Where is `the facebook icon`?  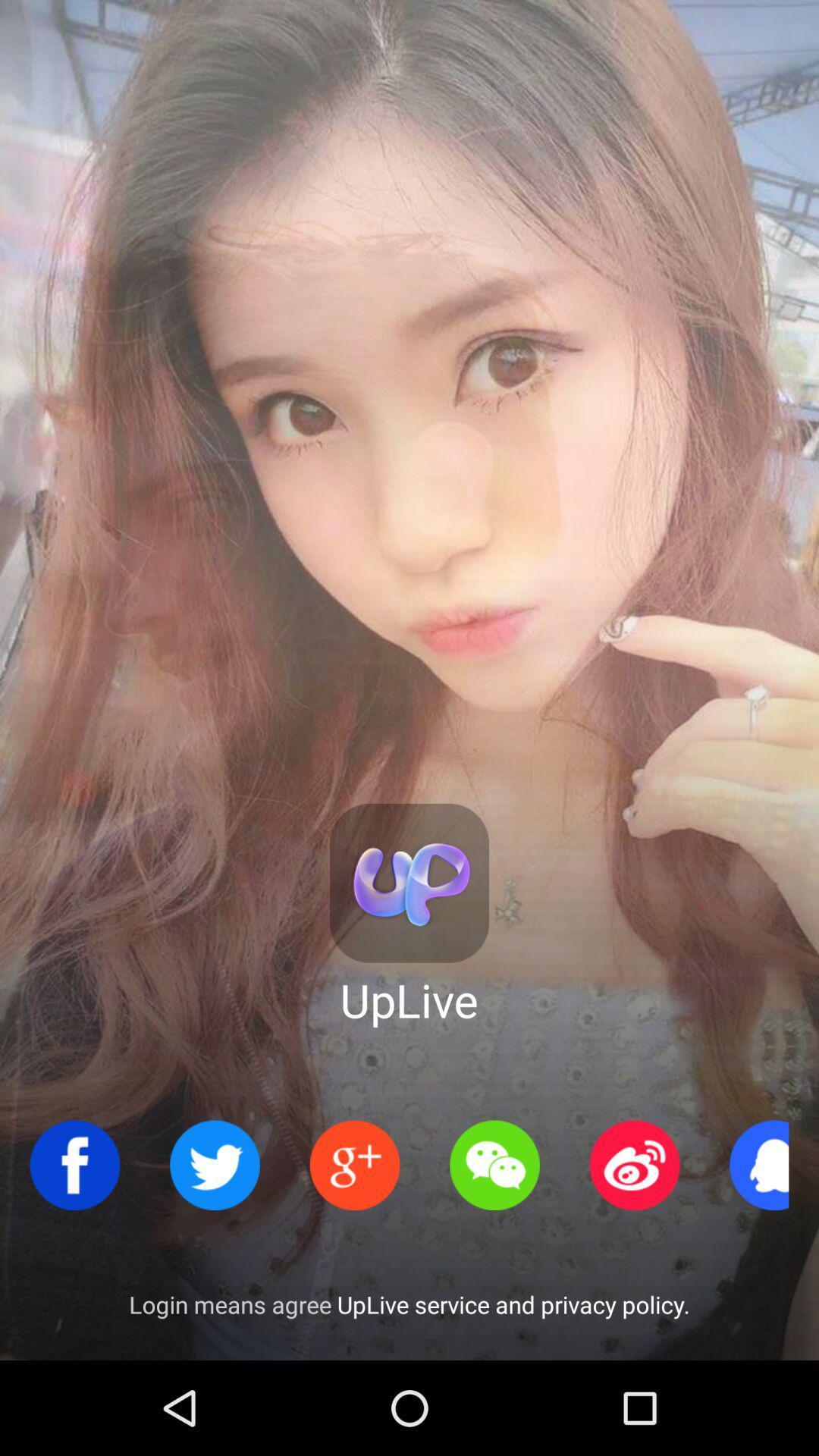 the facebook icon is located at coordinates (75, 1164).